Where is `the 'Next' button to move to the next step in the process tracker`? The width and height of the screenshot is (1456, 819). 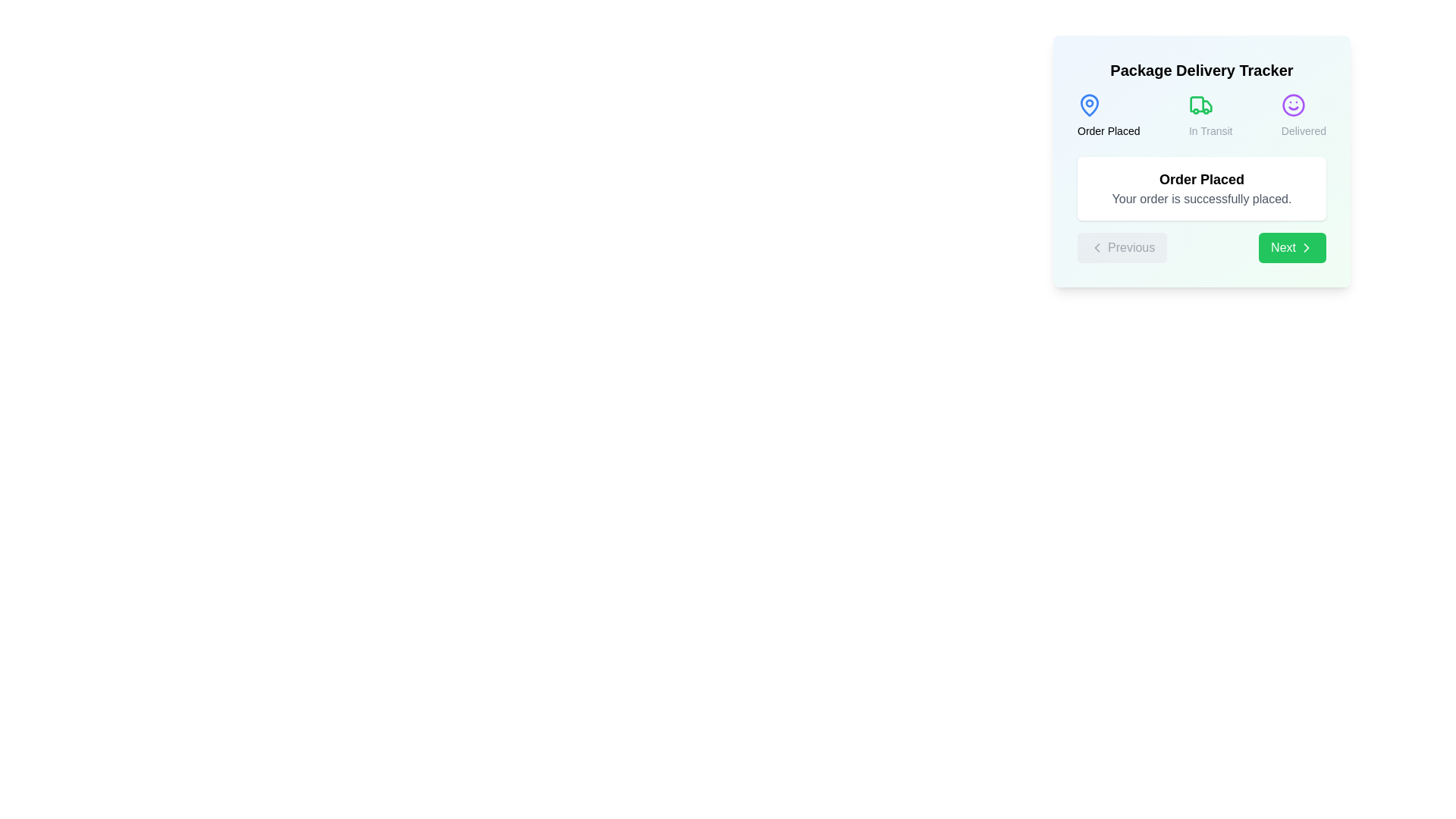 the 'Next' button to move to the next step in the process tracker is located at coordinates (1291, 247).